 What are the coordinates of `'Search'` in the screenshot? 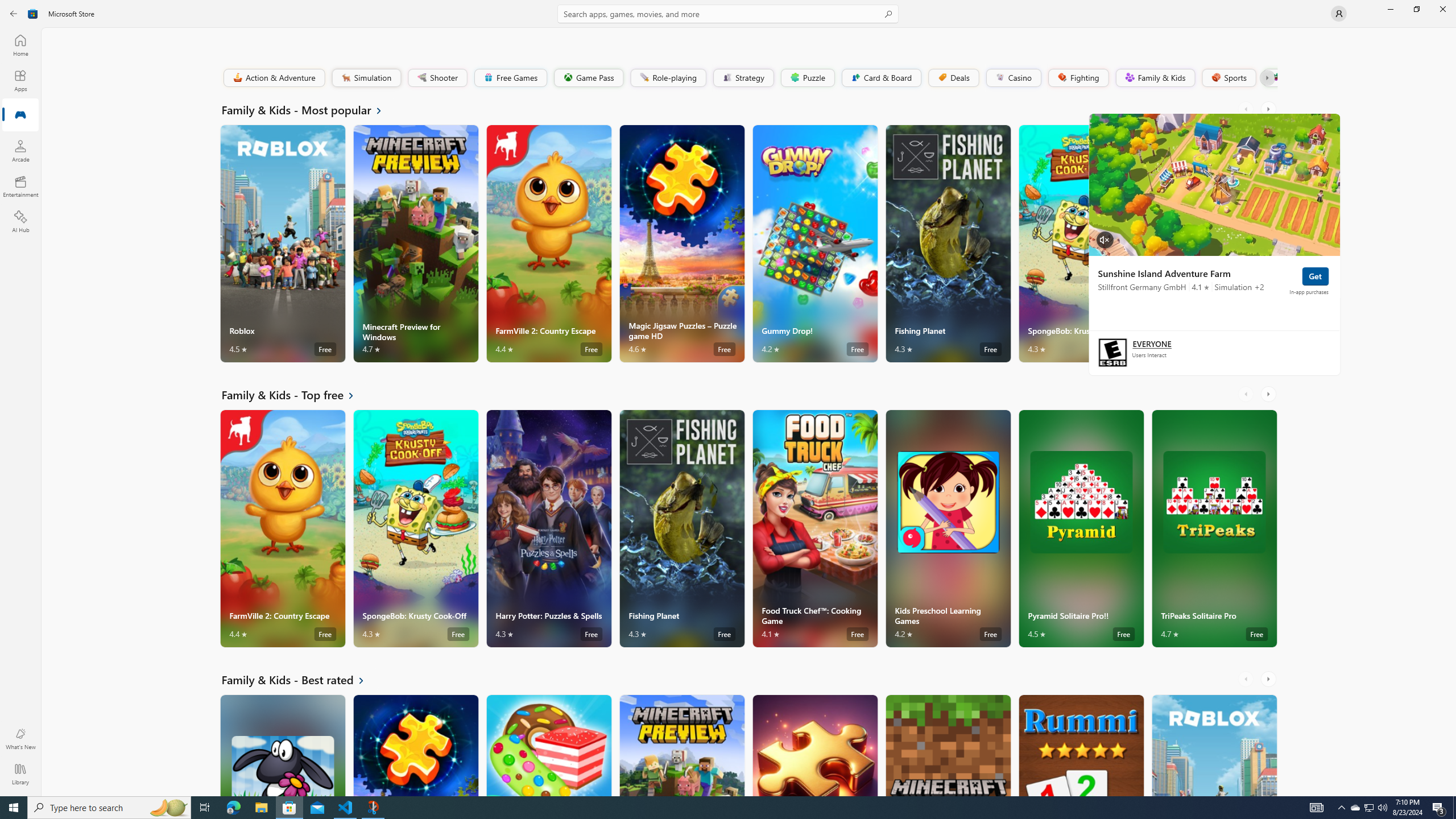 It's located at (728, 13).